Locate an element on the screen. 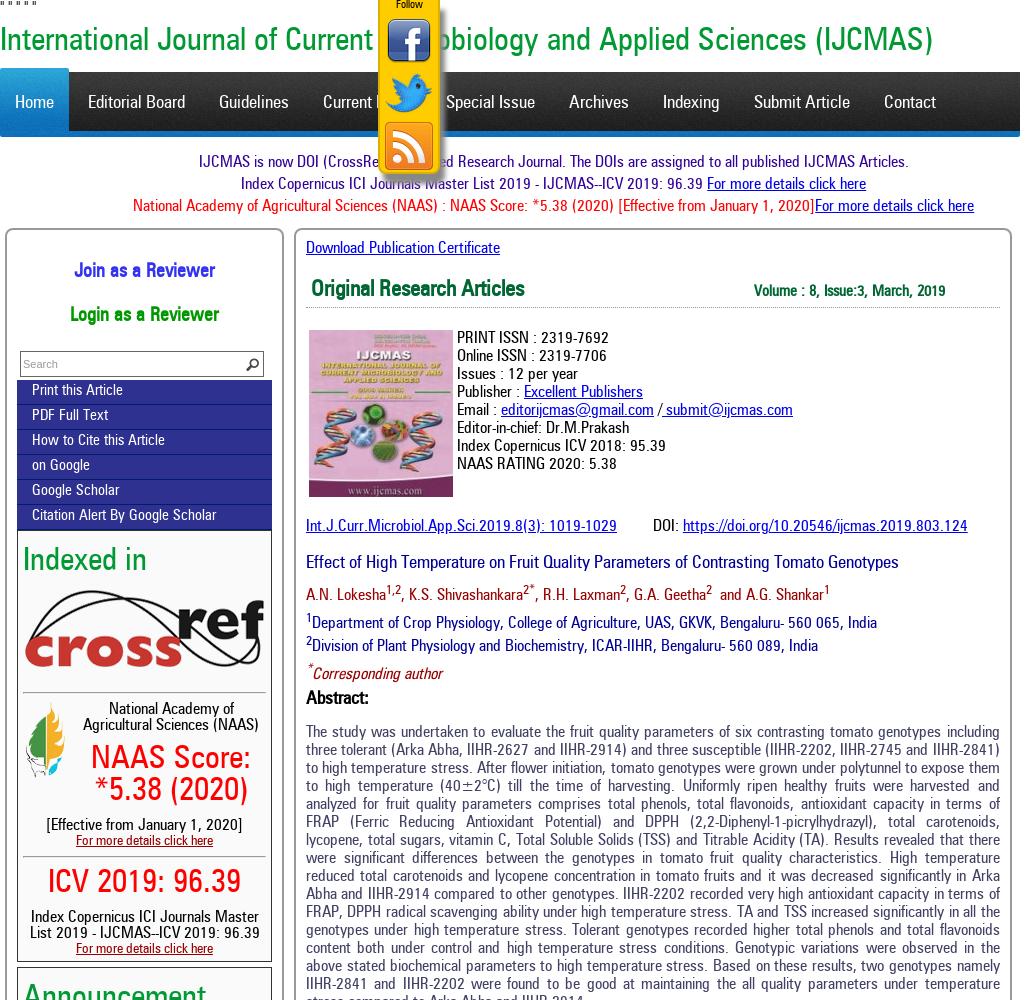  'Editor-in-chief: Dr.M.Prakash' is located at coordinates (543, 428).